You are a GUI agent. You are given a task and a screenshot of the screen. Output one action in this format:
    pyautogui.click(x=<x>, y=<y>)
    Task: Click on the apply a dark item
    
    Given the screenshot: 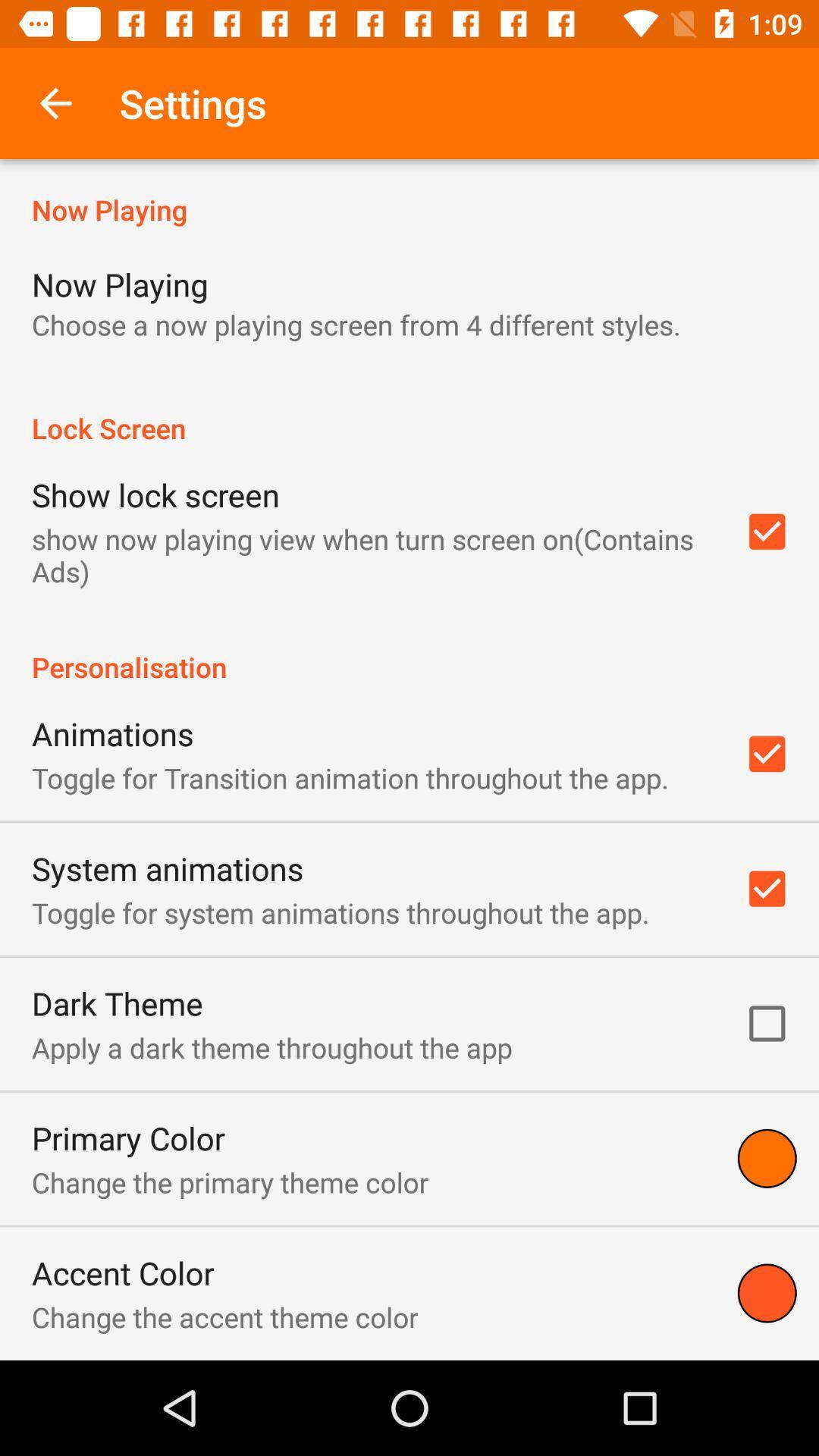 What is the action you would take?
    pyautogui.click(x=271, y=1046)
    